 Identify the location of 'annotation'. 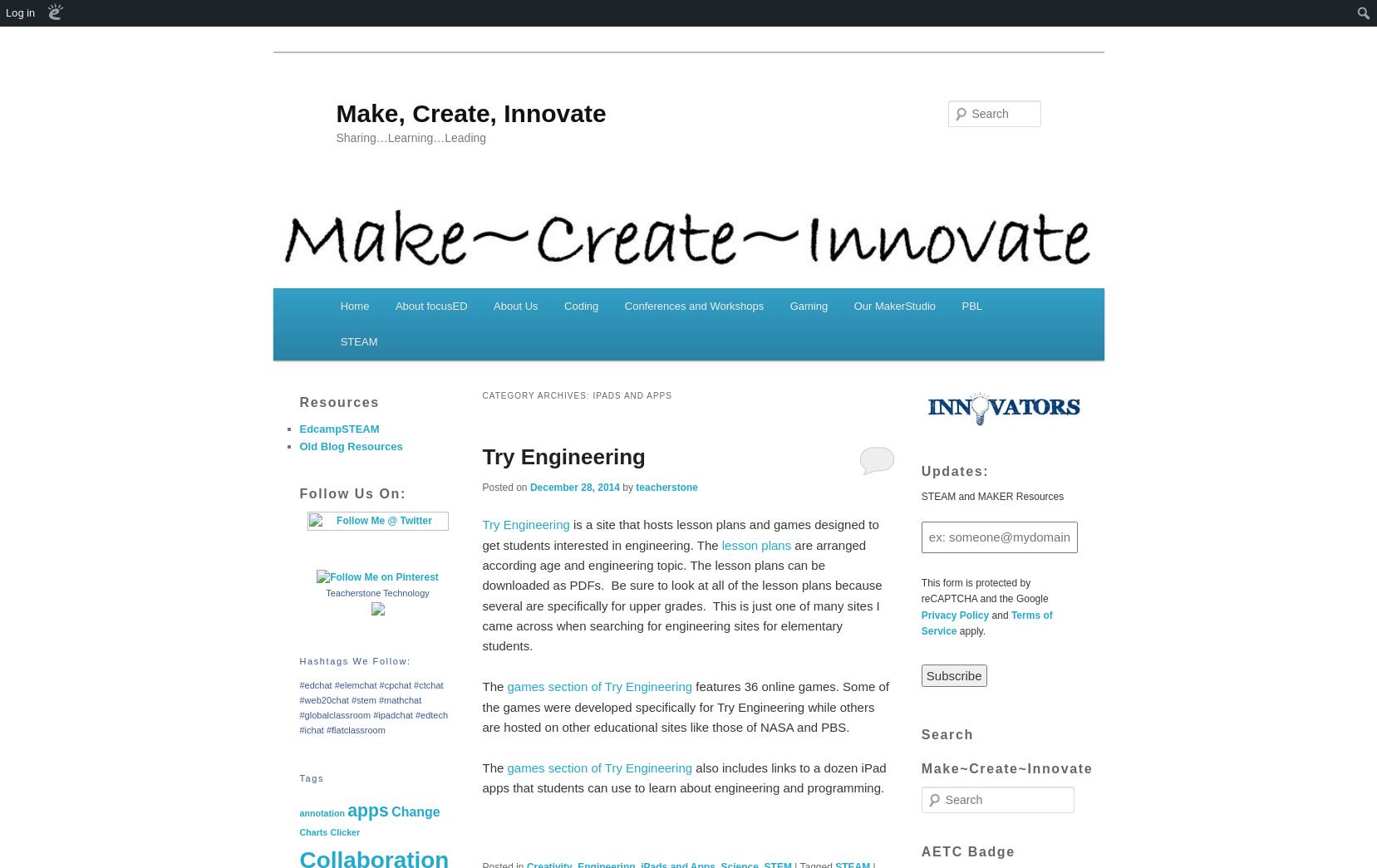
(321, 812).